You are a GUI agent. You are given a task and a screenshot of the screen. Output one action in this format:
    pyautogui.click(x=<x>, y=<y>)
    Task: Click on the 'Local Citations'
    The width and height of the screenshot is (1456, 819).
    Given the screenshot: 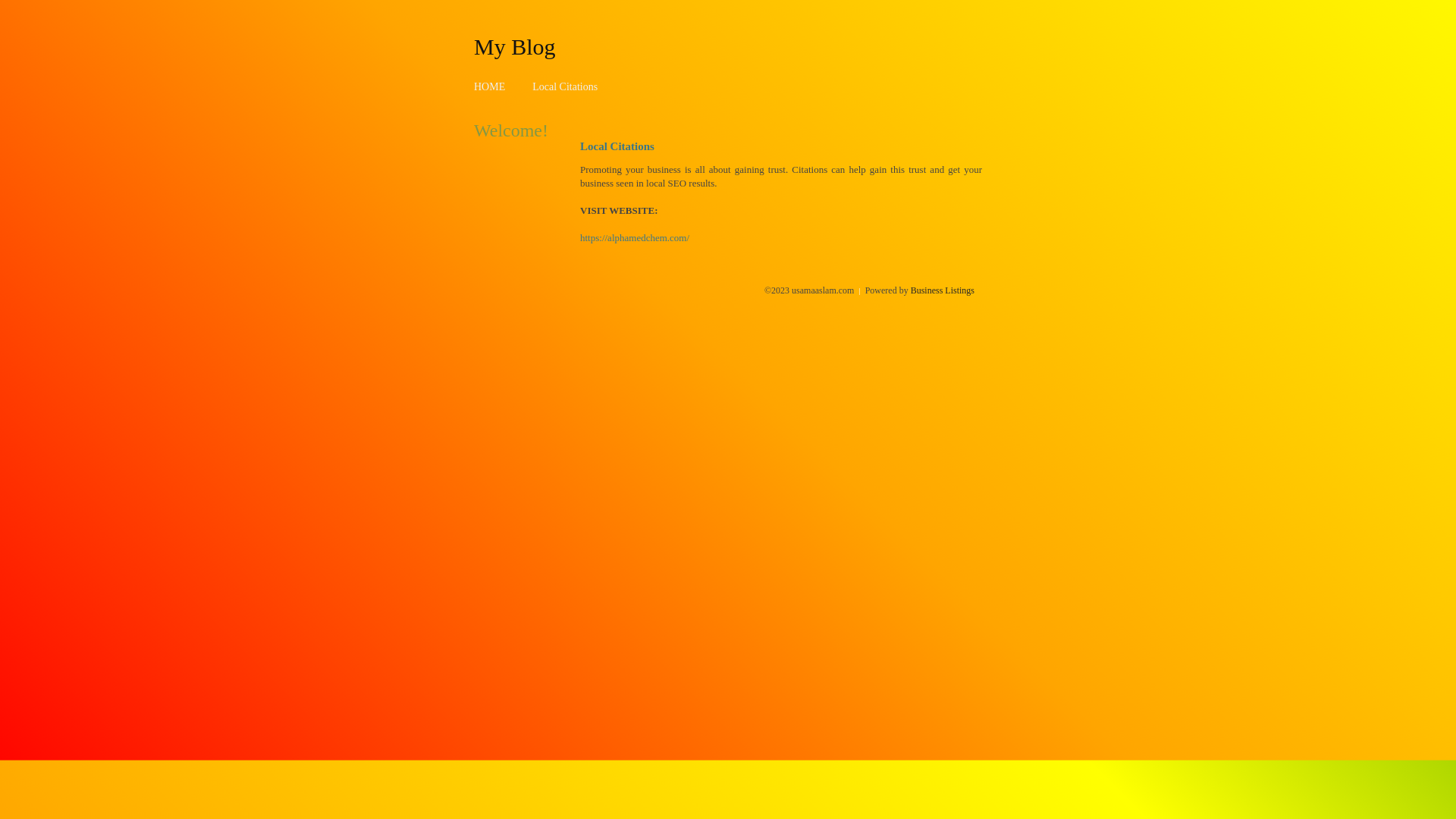 What is the action you would take?
    pyautogui.click(x=563, y=86)
    